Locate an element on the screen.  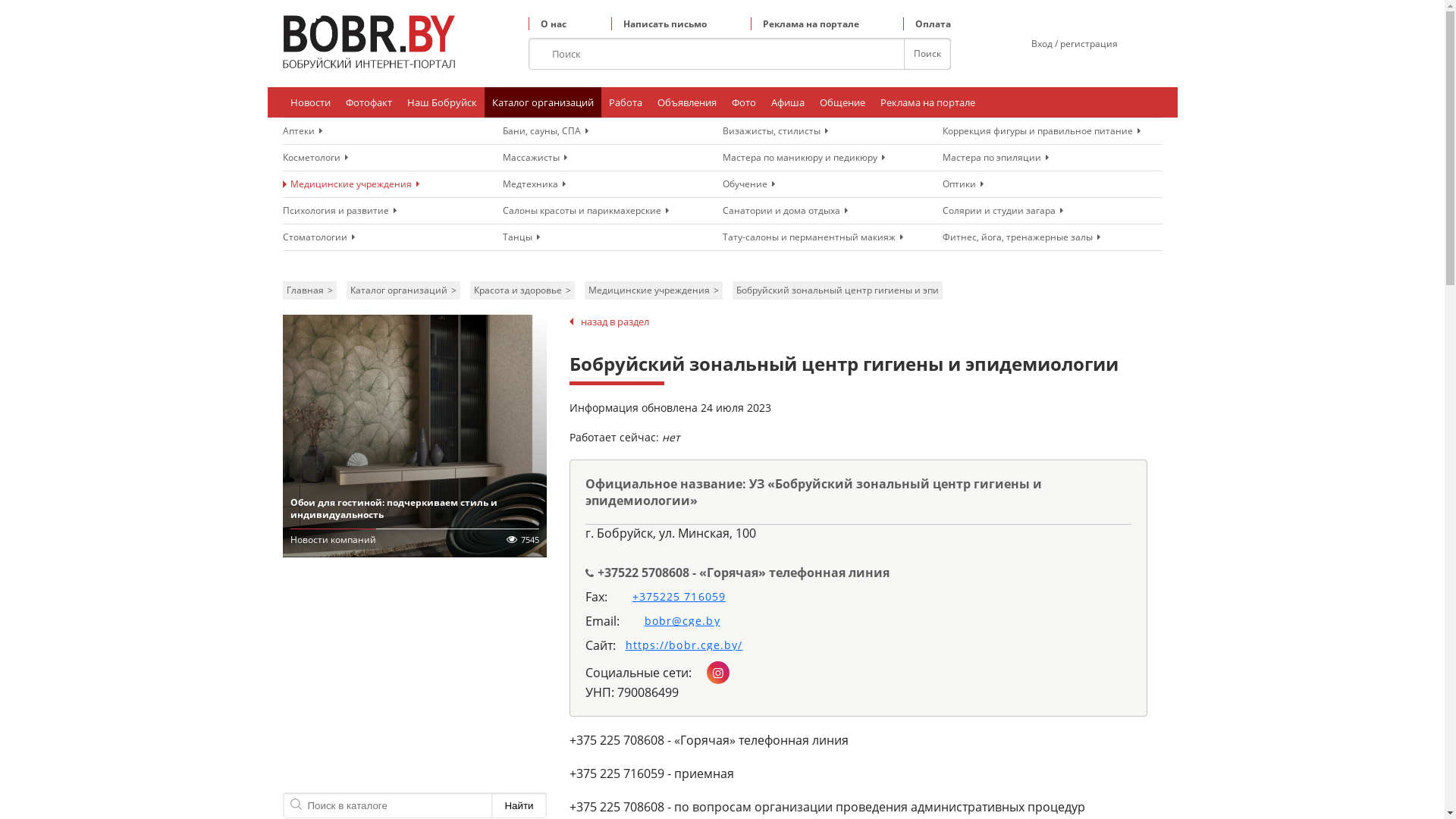
'+375225 716059' is located at coordinates (673, 595).